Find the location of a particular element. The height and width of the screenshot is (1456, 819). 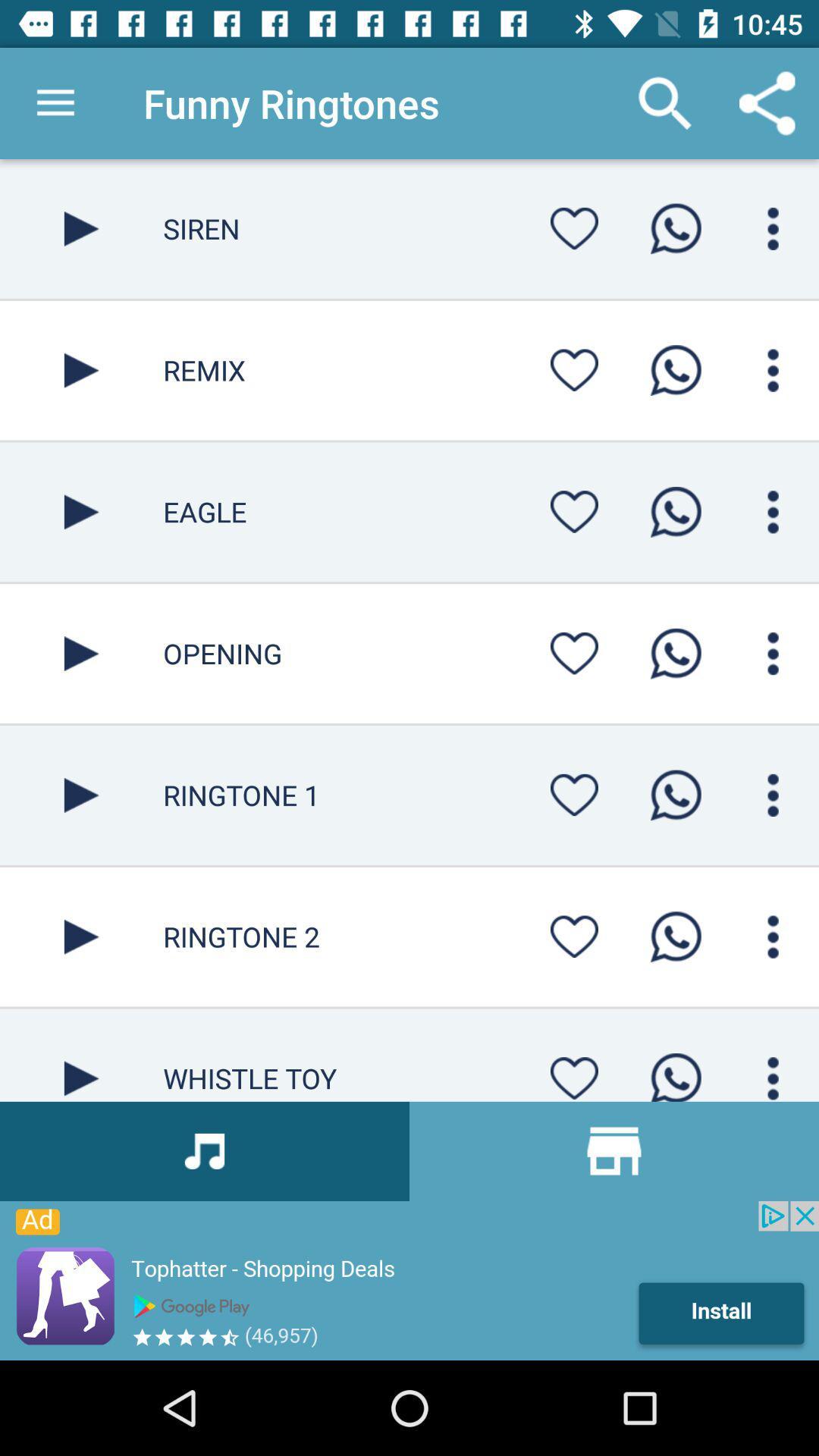

to favorites is located at coordinates (574, 1073).